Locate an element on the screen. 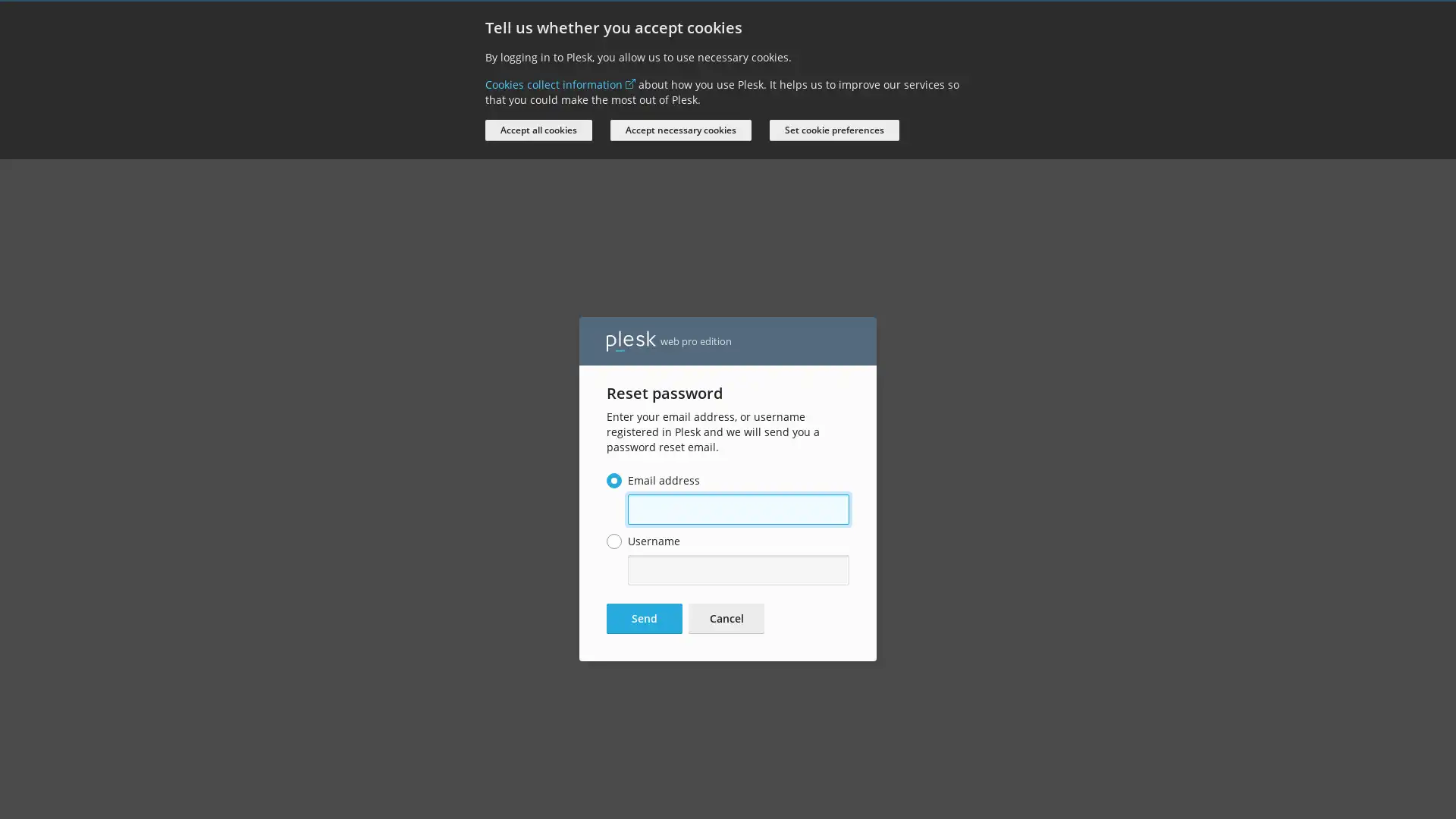 The height and width of the screenshot is (819, 1456). Set cookie preferences is located at coordinates (833, 130).